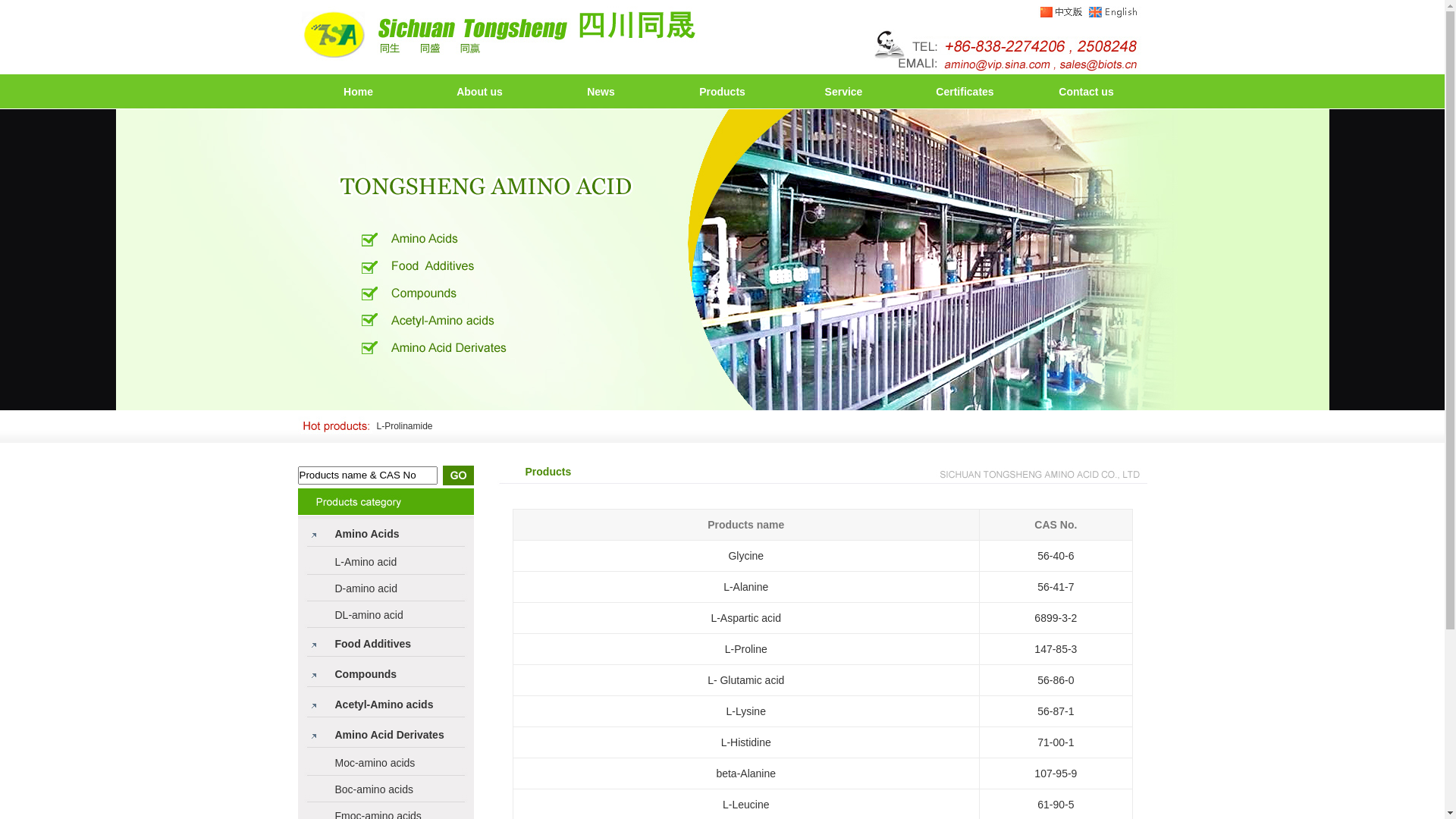  I want to click on 'L-Alanine', so click(723, 586).